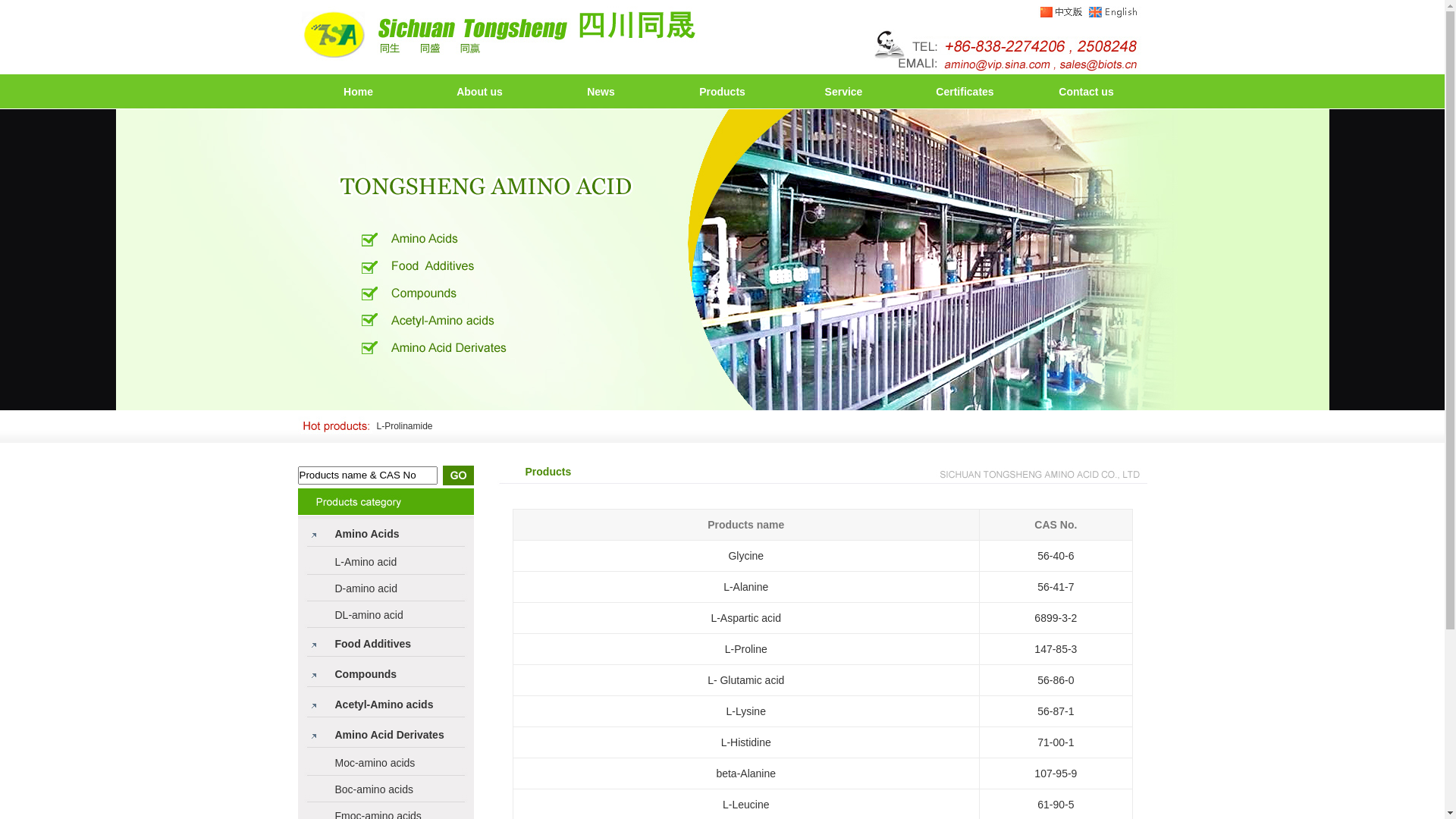  I want to click on 'L-Alanine', so click(723, 586).